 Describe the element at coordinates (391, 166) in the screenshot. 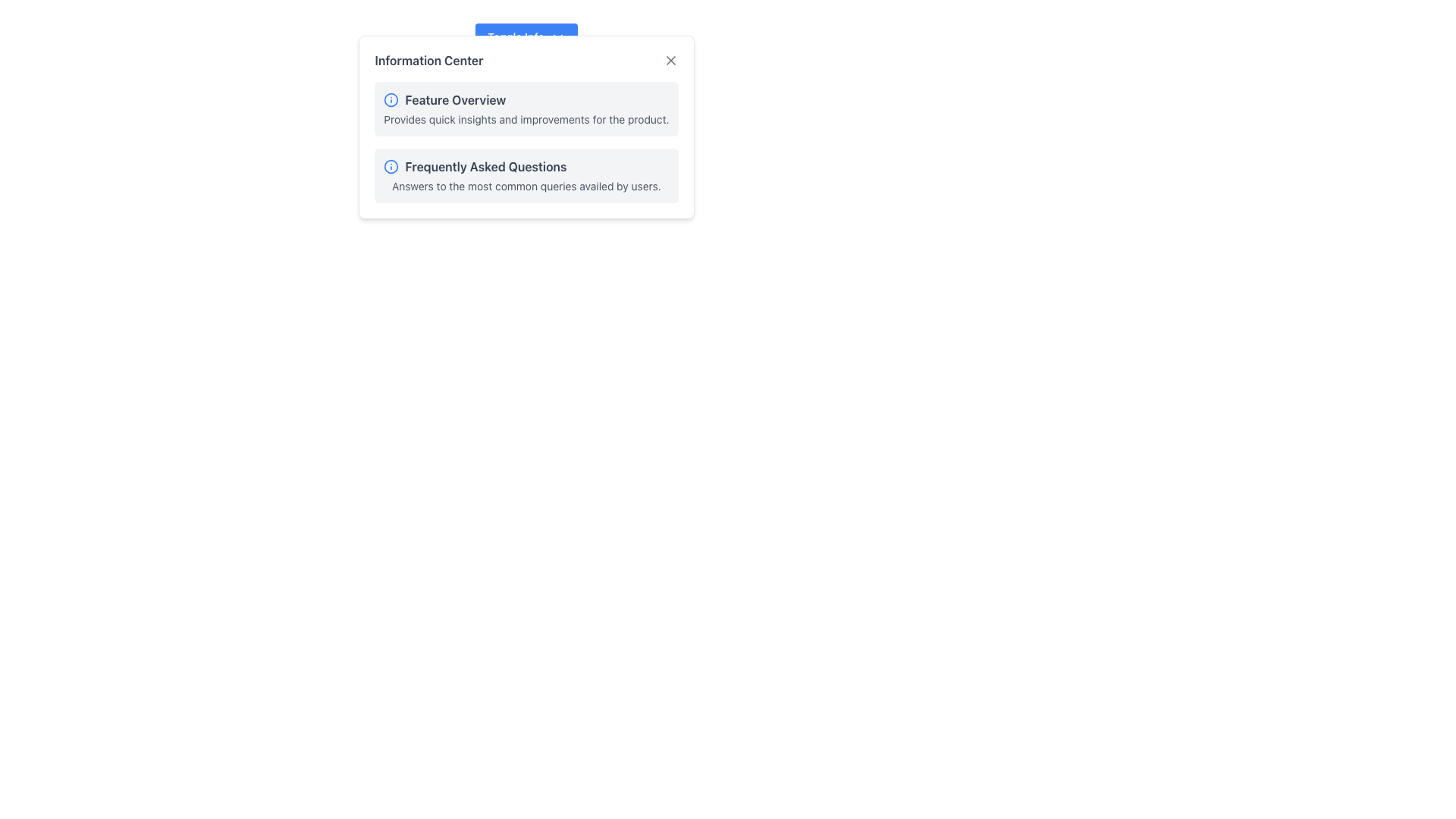

I see `the information icon located to the left of the 'Frequently Asked Questions' text in the 'Information Center' modal` at that location.